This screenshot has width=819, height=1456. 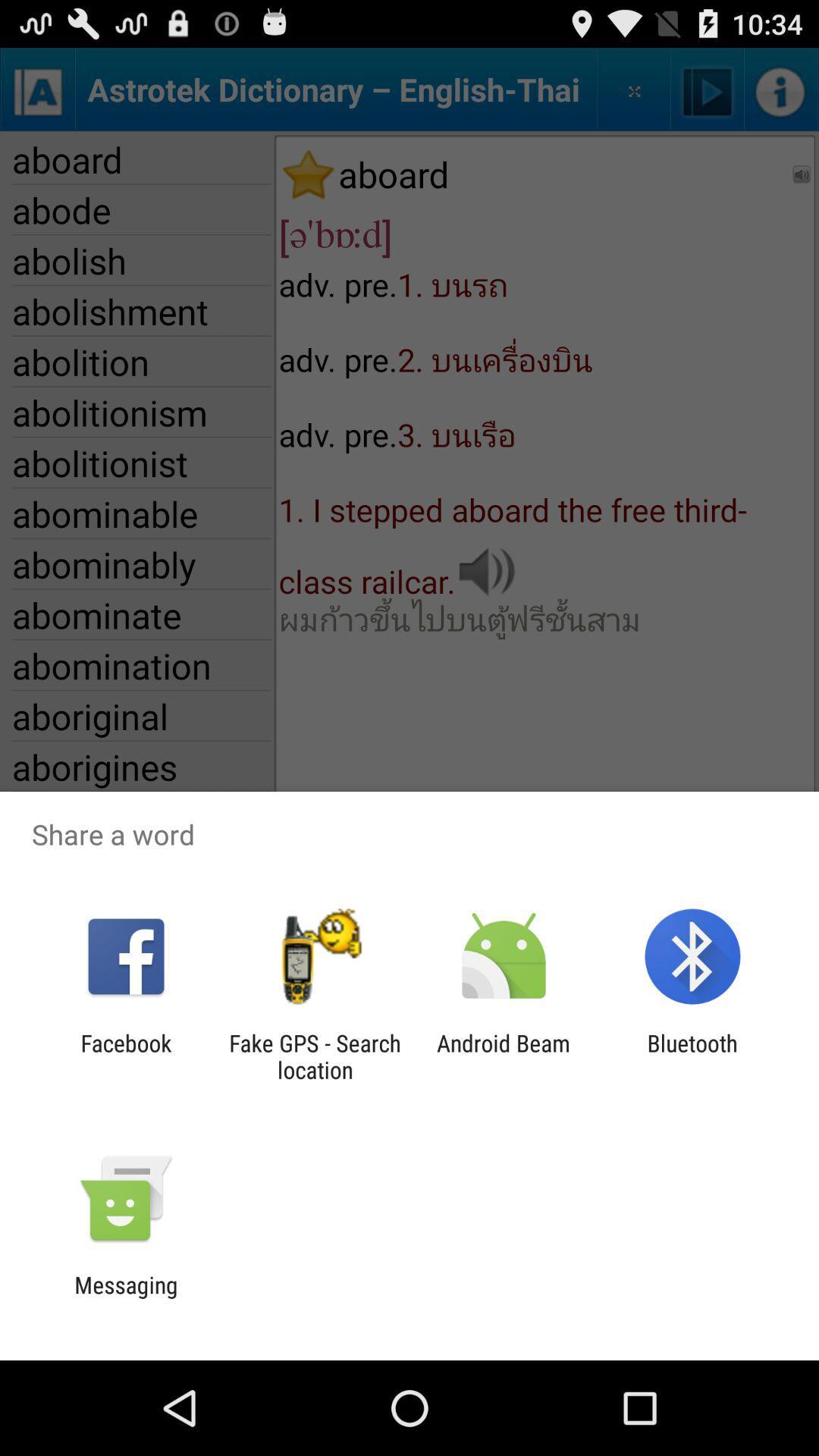 What do you see at coordinates (125, 1056) in the screenshot?
I see `the app next to the fake gps search item` at bounding box center [125, 1056].